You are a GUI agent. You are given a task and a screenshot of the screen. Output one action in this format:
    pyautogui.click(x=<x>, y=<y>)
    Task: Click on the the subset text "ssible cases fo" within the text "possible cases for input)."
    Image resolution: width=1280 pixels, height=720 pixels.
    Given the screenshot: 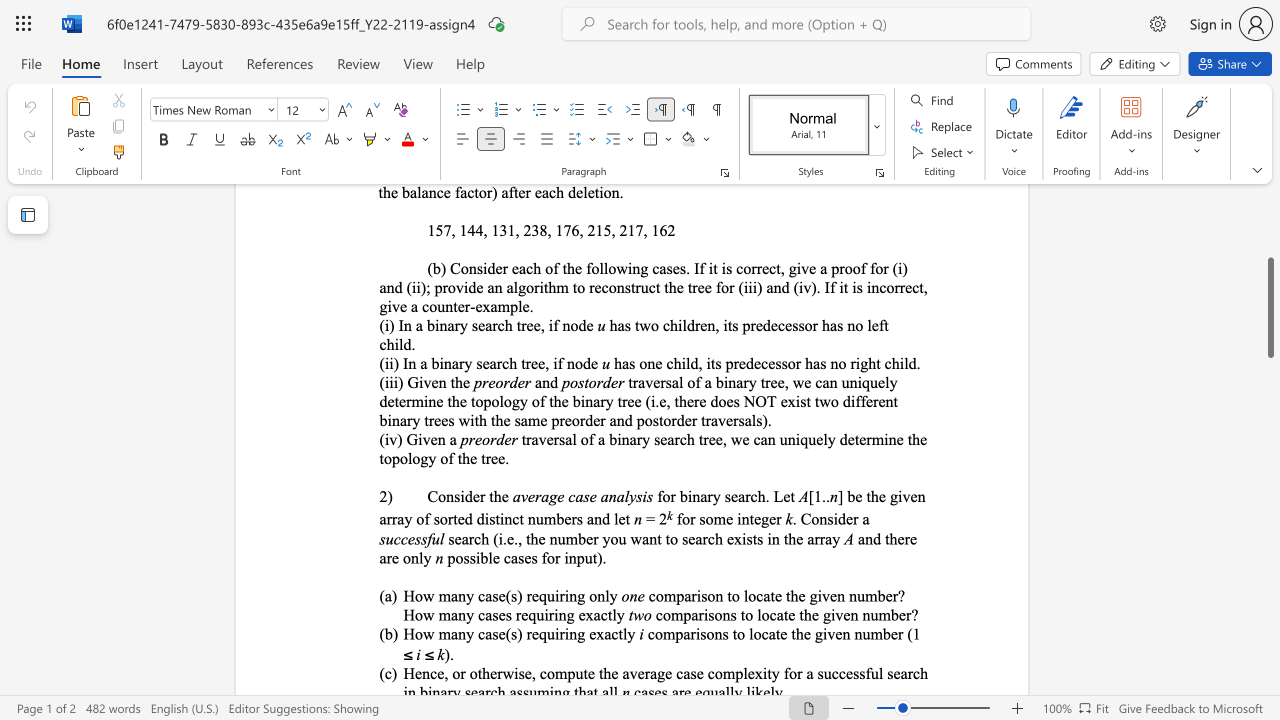 What is the action you would take?
    pyautogui.click(x=462, y=558)
    